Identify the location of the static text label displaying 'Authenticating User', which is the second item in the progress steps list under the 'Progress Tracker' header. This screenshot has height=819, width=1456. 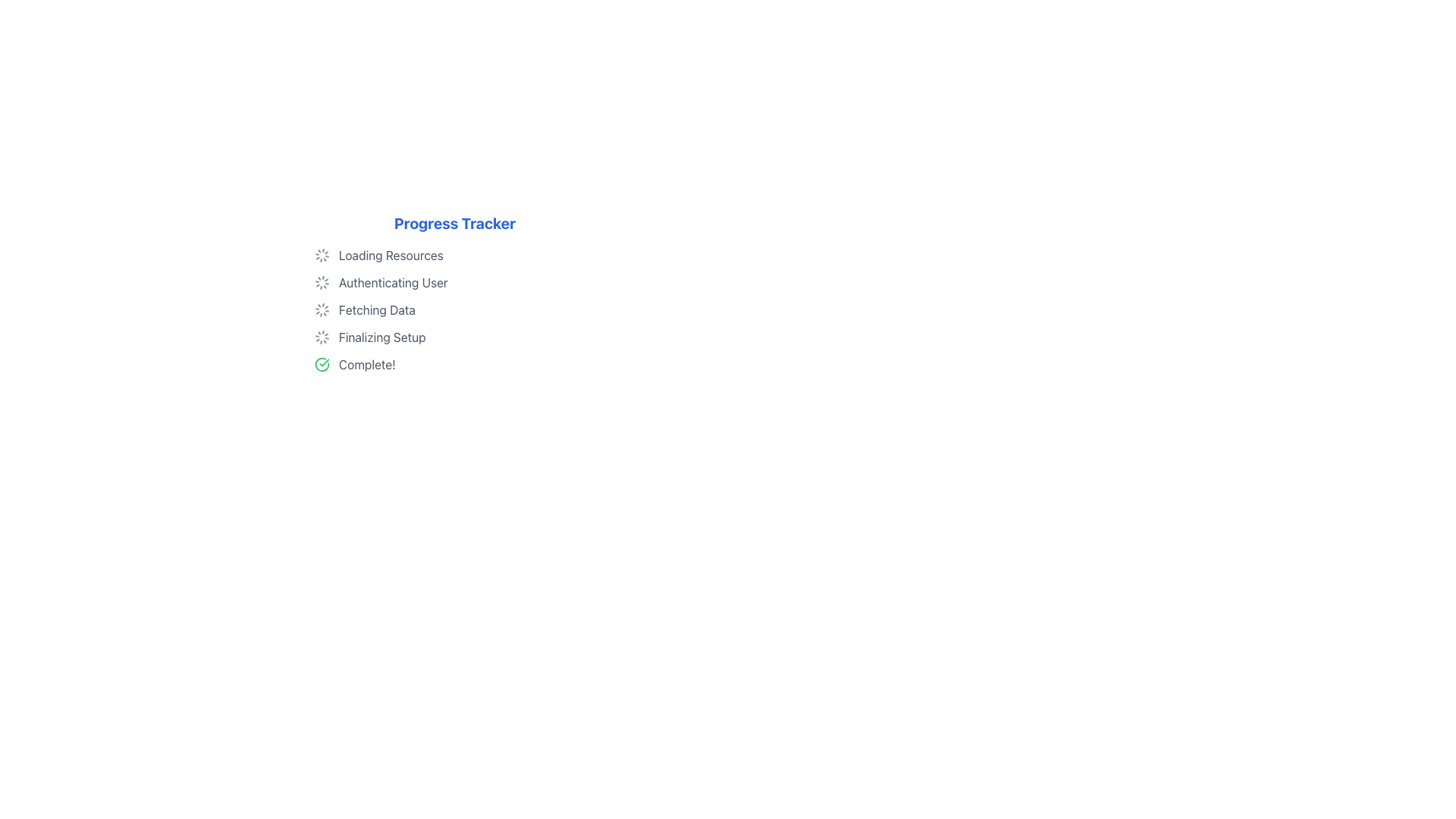
(393, 283).